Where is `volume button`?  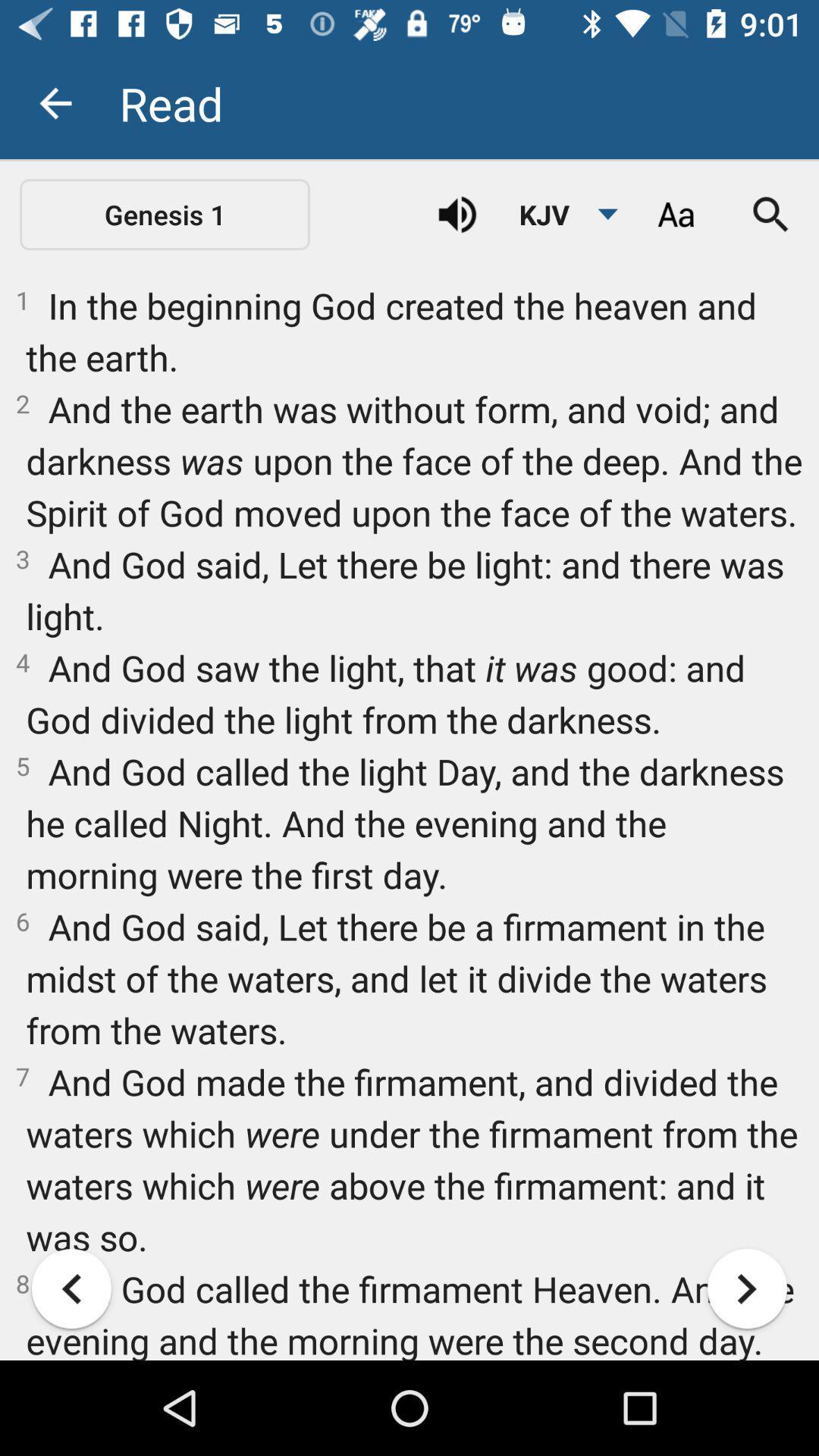
volume button is located at coordinates (457, 214).